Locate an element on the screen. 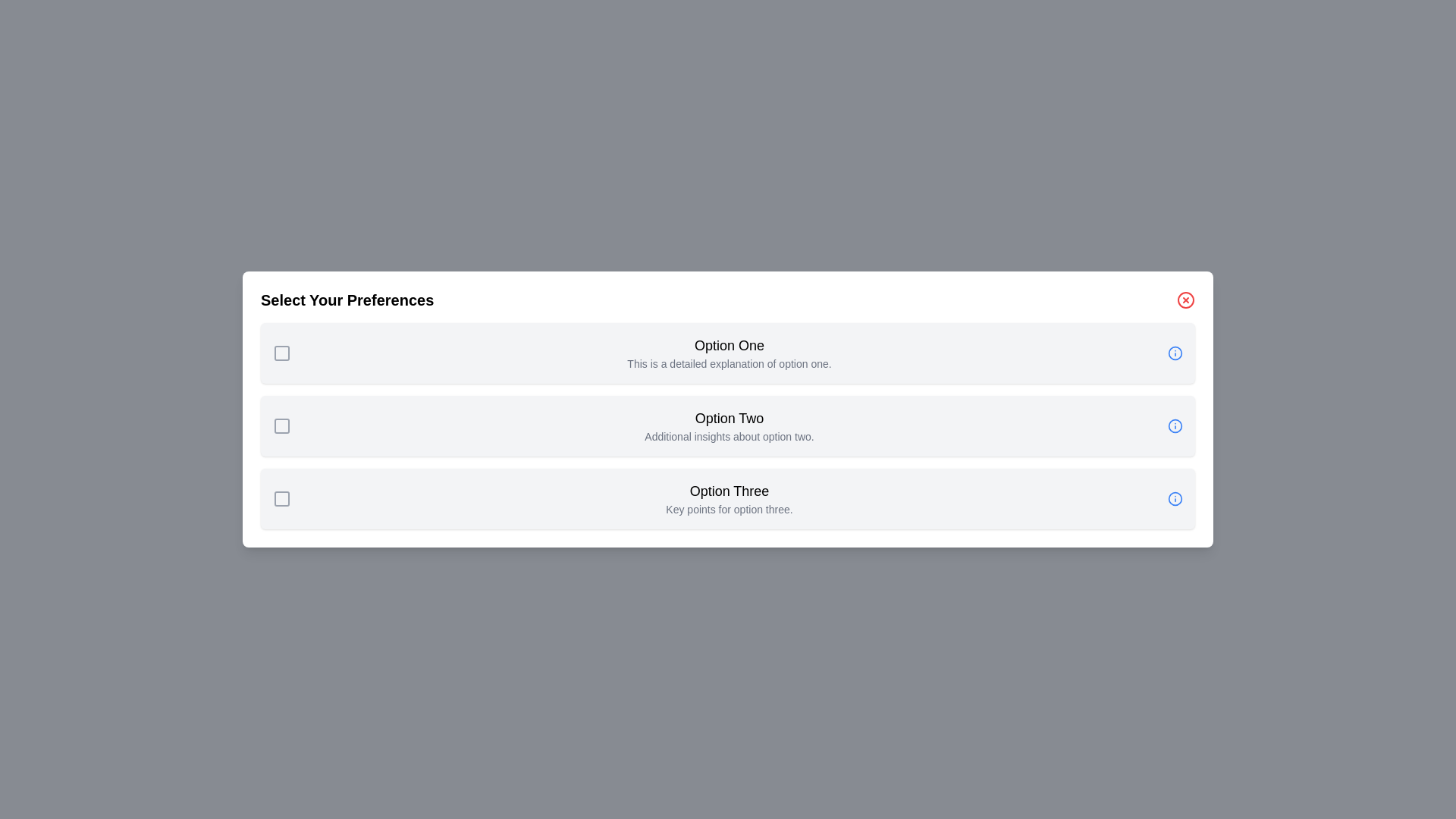 The height and width of the screenshot is (819, 1456). the Text Label that serves as the header for 'Option Two', located above 'Additional insights about option two' is located at coordinates (729, 418).